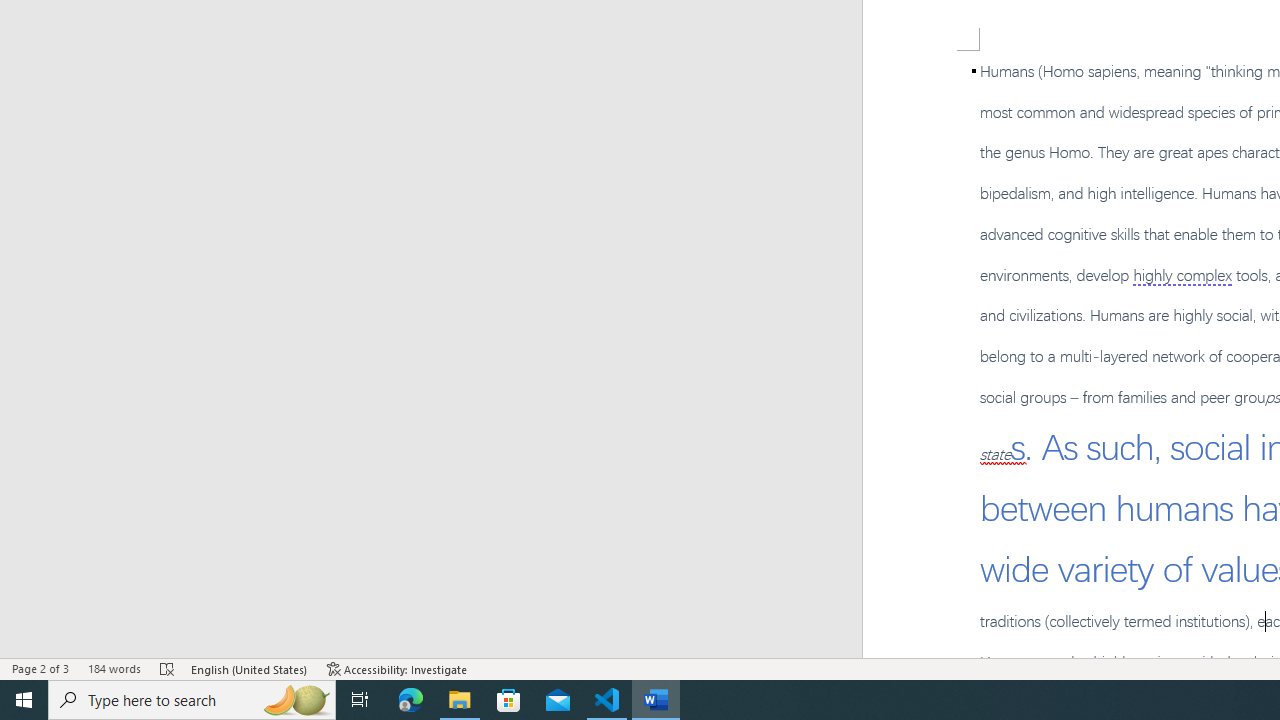 The image size is (1280, 720). Describe the element at coordinates (397, 669) in the screenshot. I see `'Accessibility Checker Accessibility: Investigate'` at that location.